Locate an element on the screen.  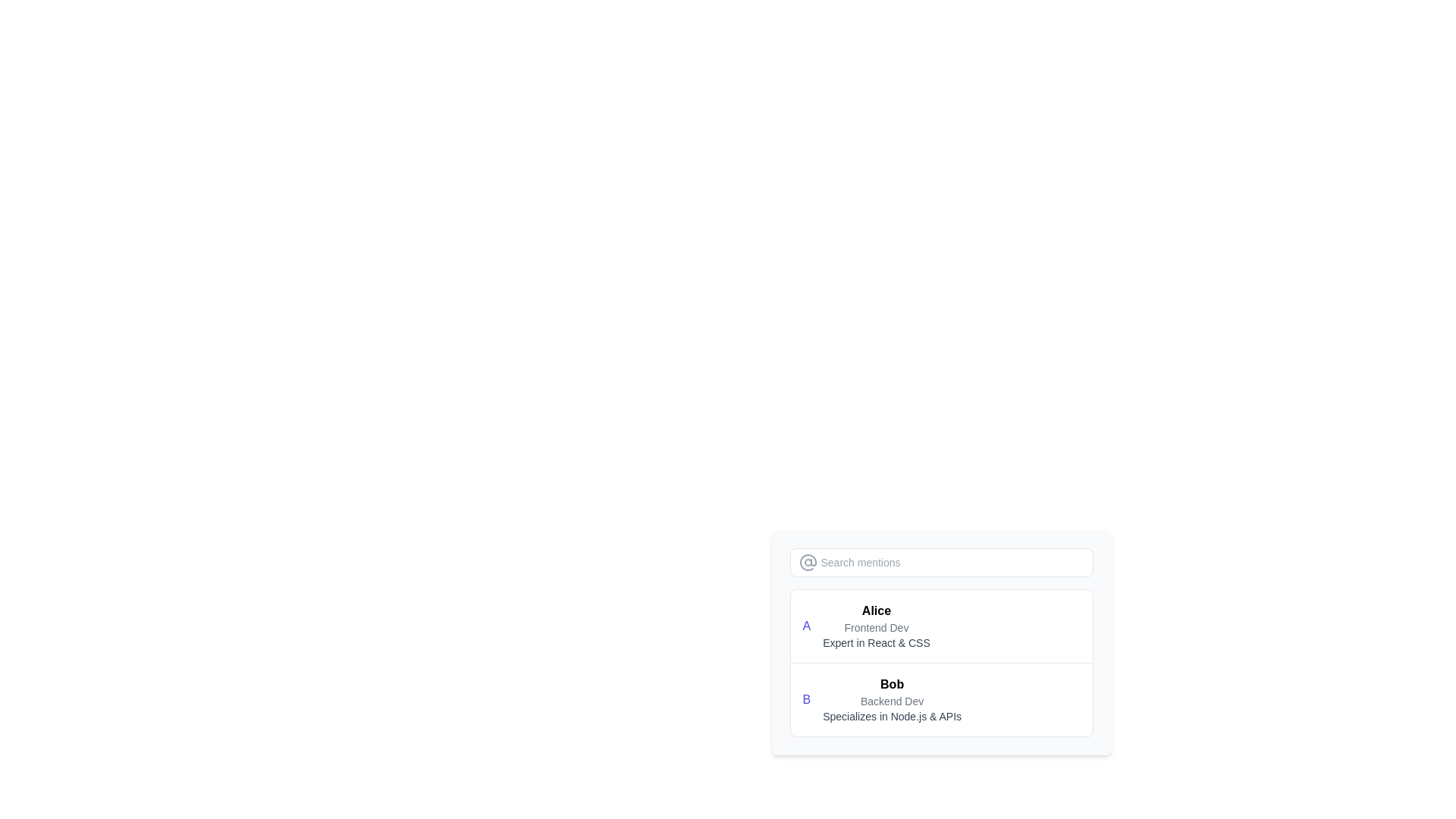
the icon located to the left of the text input field in the search bar, which indicates that the adjacent field can be used to search for mentions or email addresses is located at coordinates (807, 562).